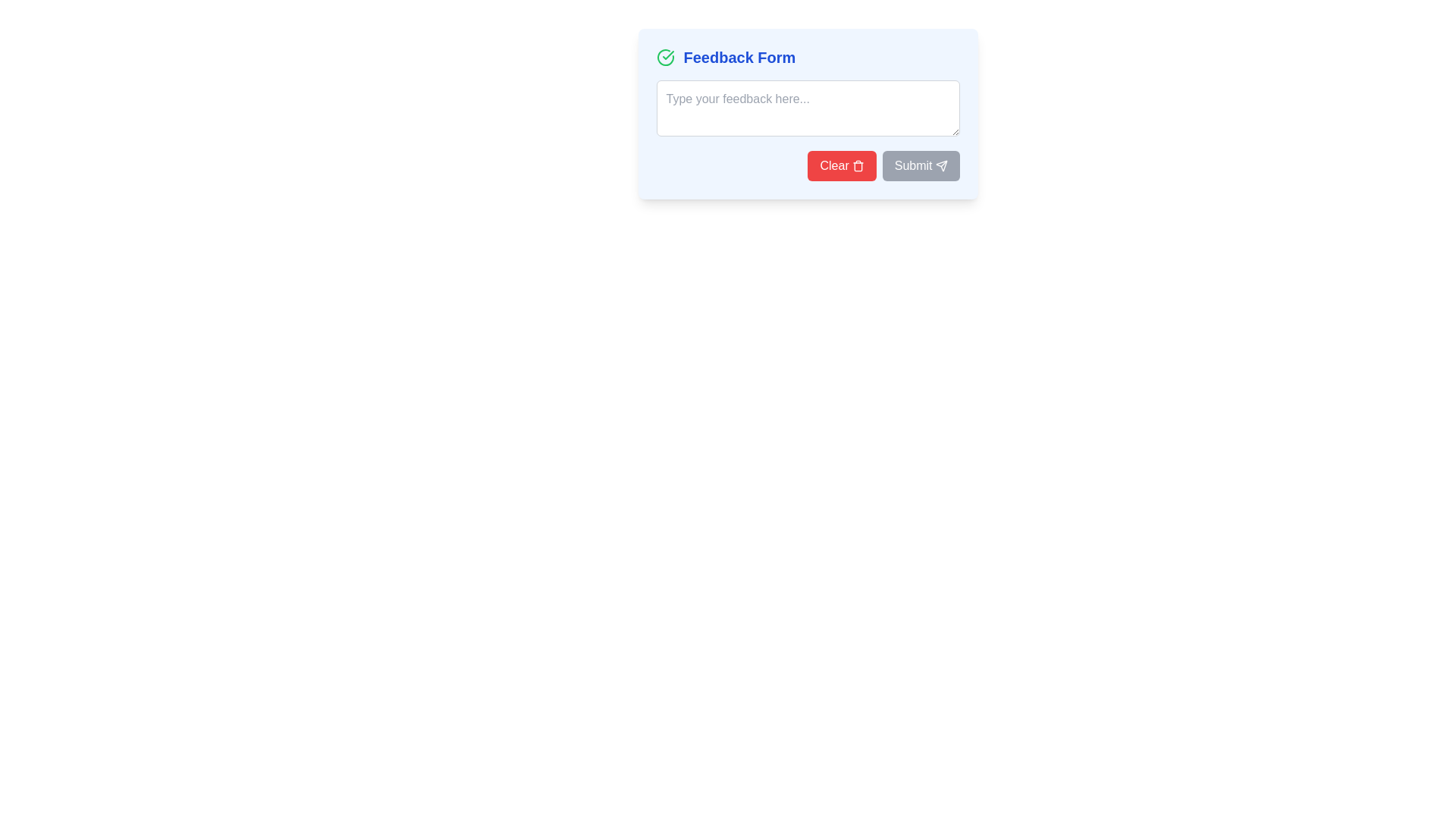 Image resolution: width=1456 pixels, height=819 pixels. Describe the element at coordinates (840, 166) in the screenshot. I see `the 'Clear' button with a red background and white text to clear the input in the 'Feedback Form' interface` at that location.